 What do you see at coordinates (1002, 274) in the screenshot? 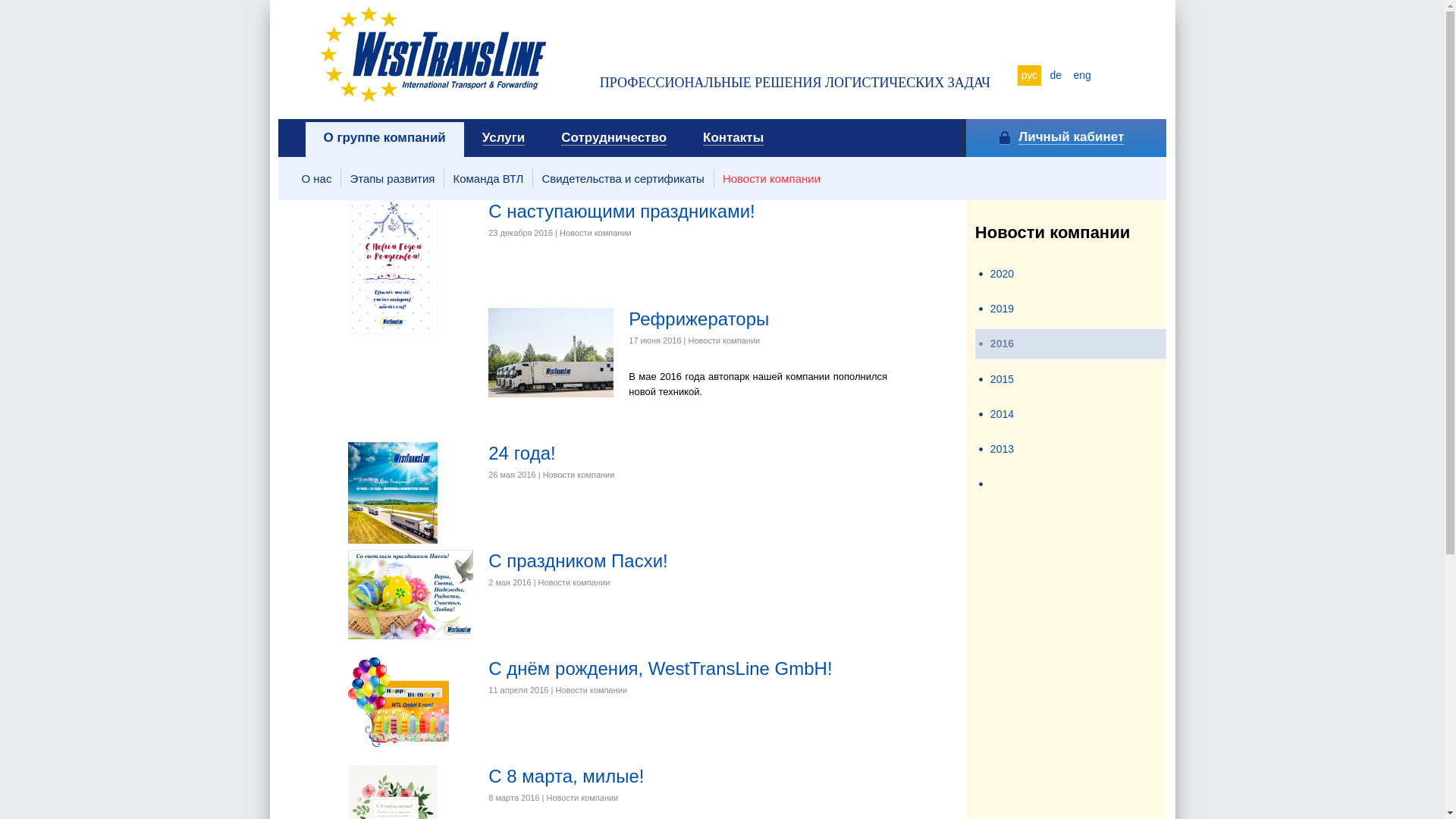
I see `'2020'` at bounding box center [1002, 274].